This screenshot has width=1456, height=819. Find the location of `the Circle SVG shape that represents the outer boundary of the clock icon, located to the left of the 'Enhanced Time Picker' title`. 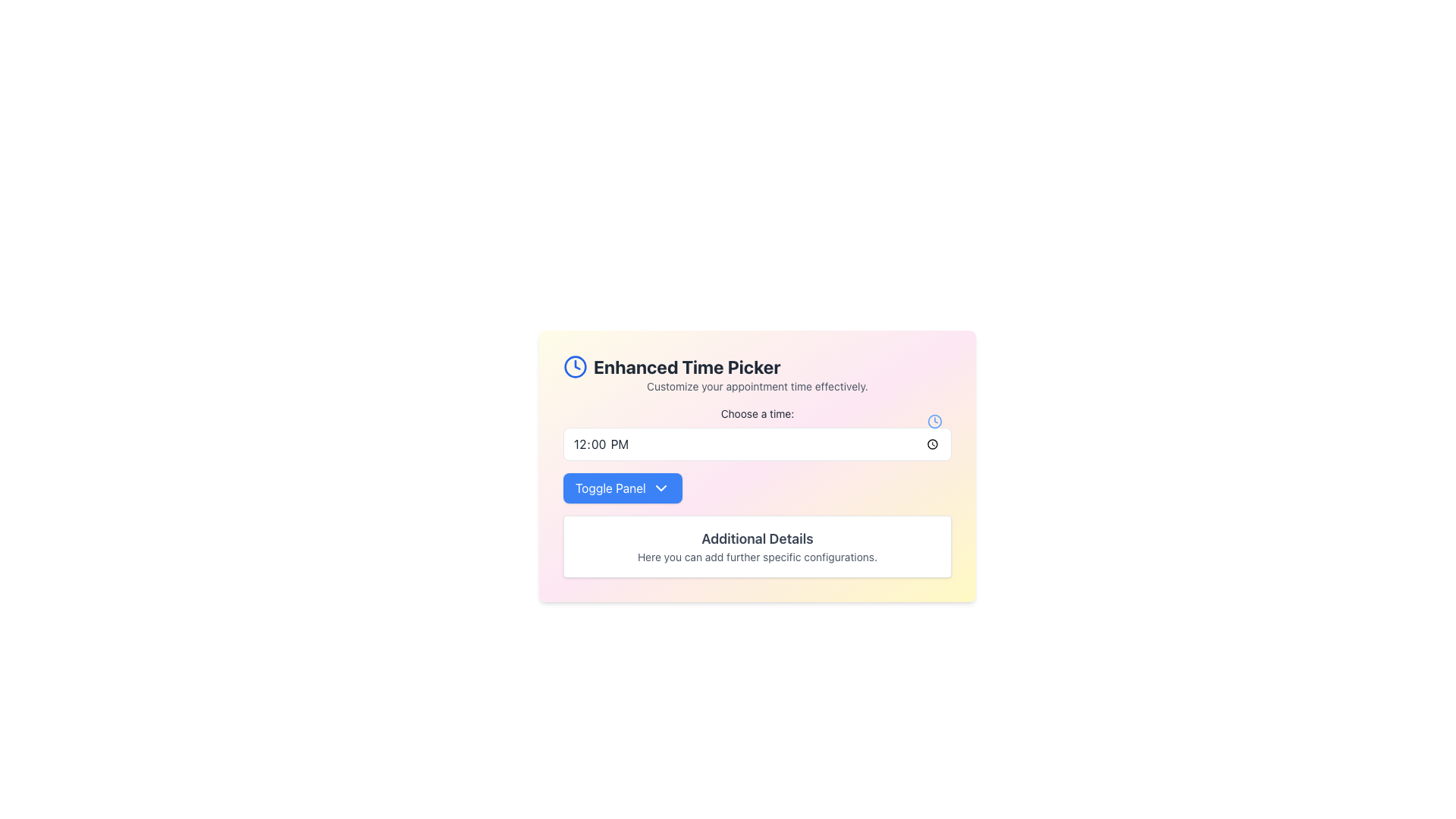

the Circle SVG shape that represents the outer boundary of the clock icon, located to the left of the 'Enhanced Time Picker' title is located at coordinates (574, 366).